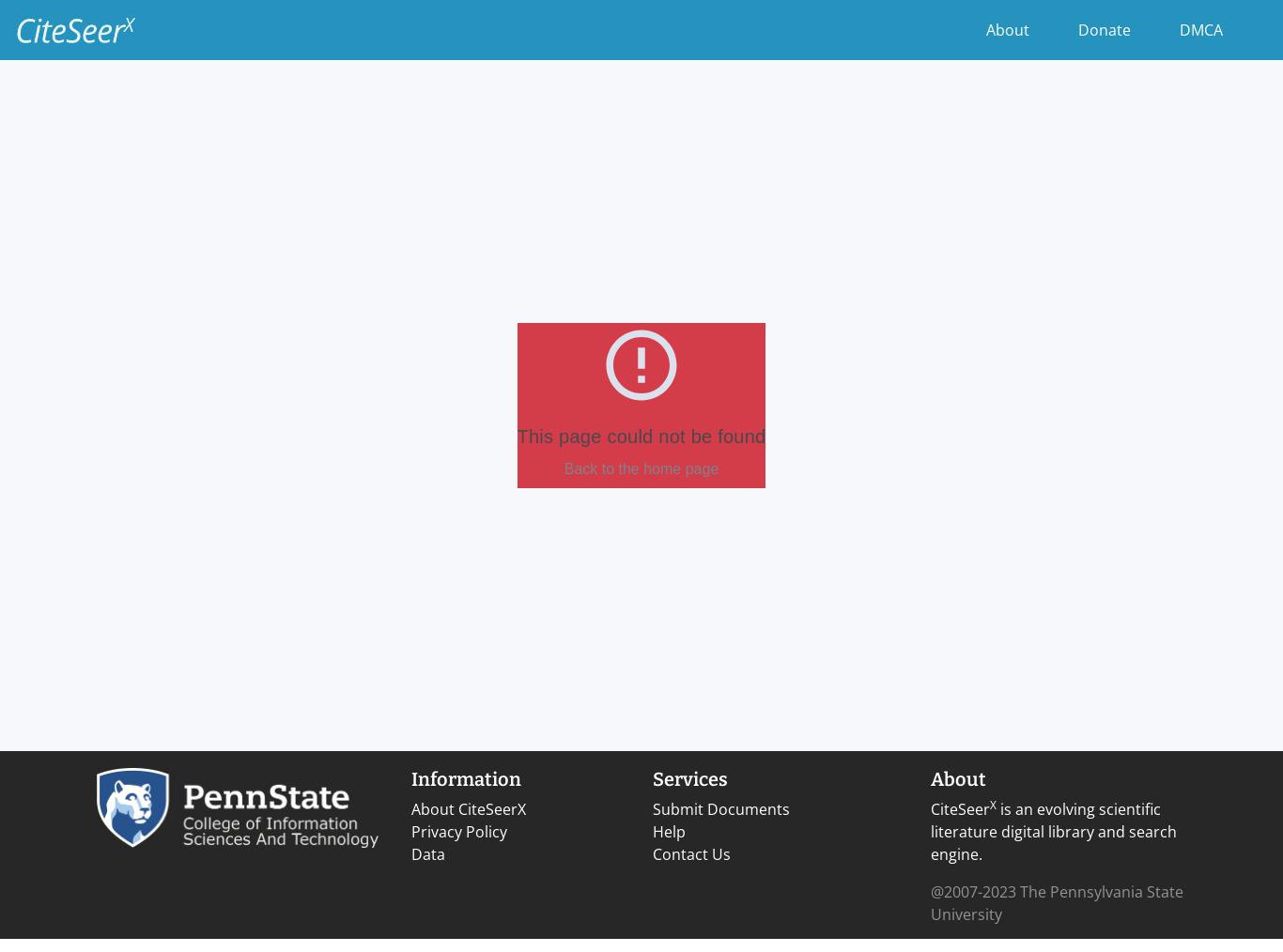  Describe the element at coordinates (1053, 831) in the screenshot. I see `'is an evolving scientific literature digital library and search engine.'` at that location.